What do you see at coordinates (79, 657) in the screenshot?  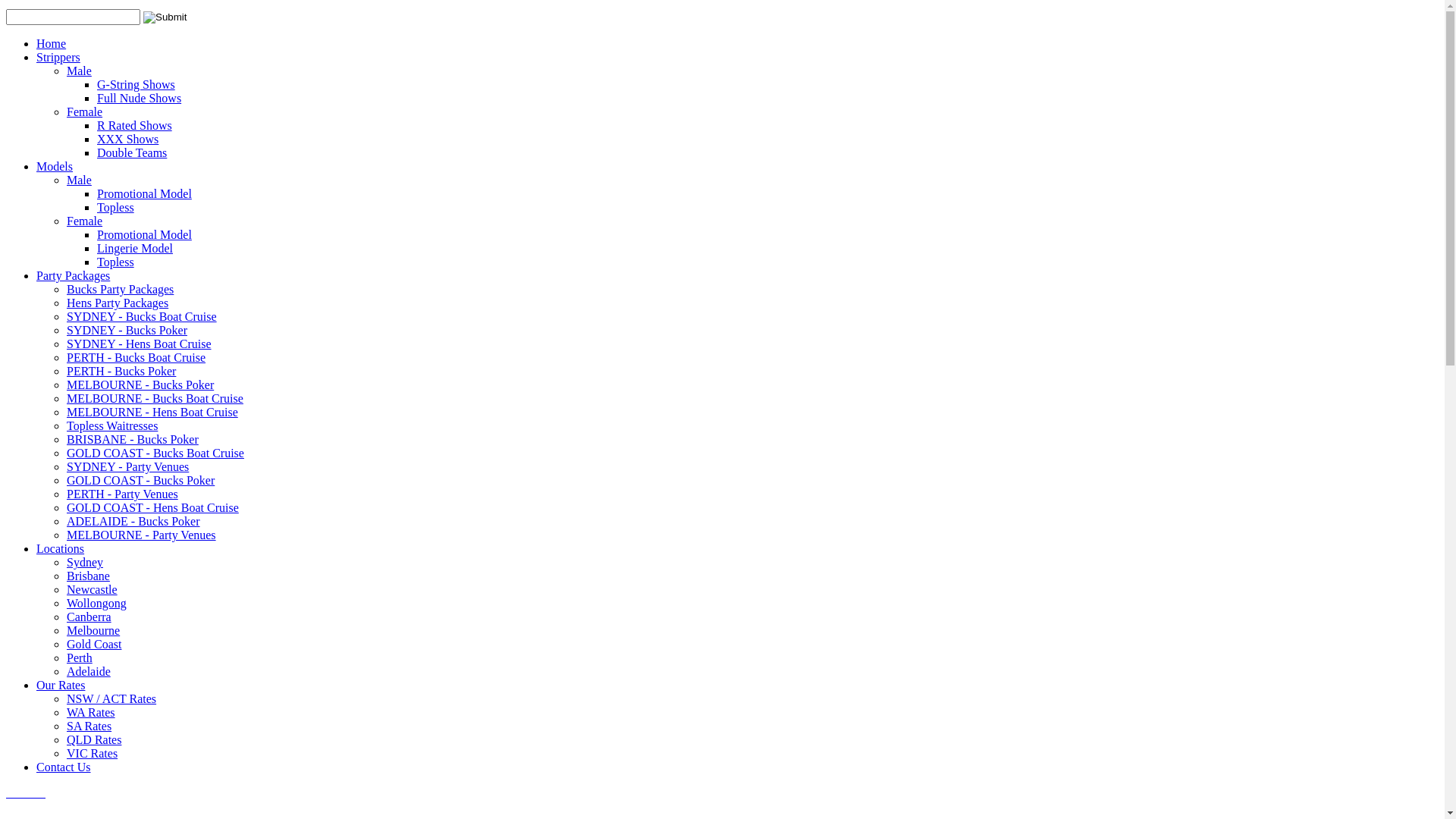 I see `'Perth'` at bounding box center [79, 657].